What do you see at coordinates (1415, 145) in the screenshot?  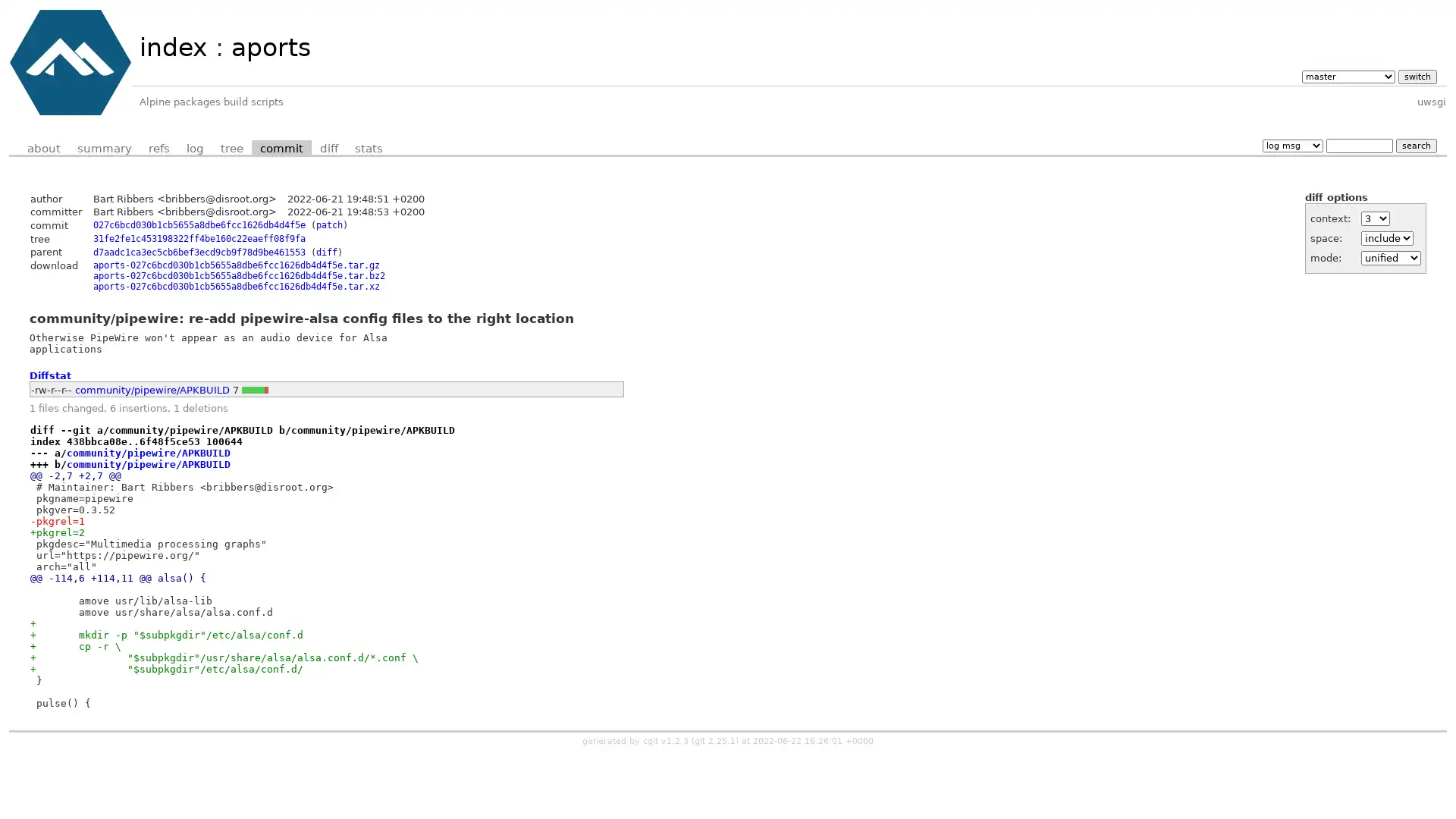 I see `search` at bounding box center [1415, 145].